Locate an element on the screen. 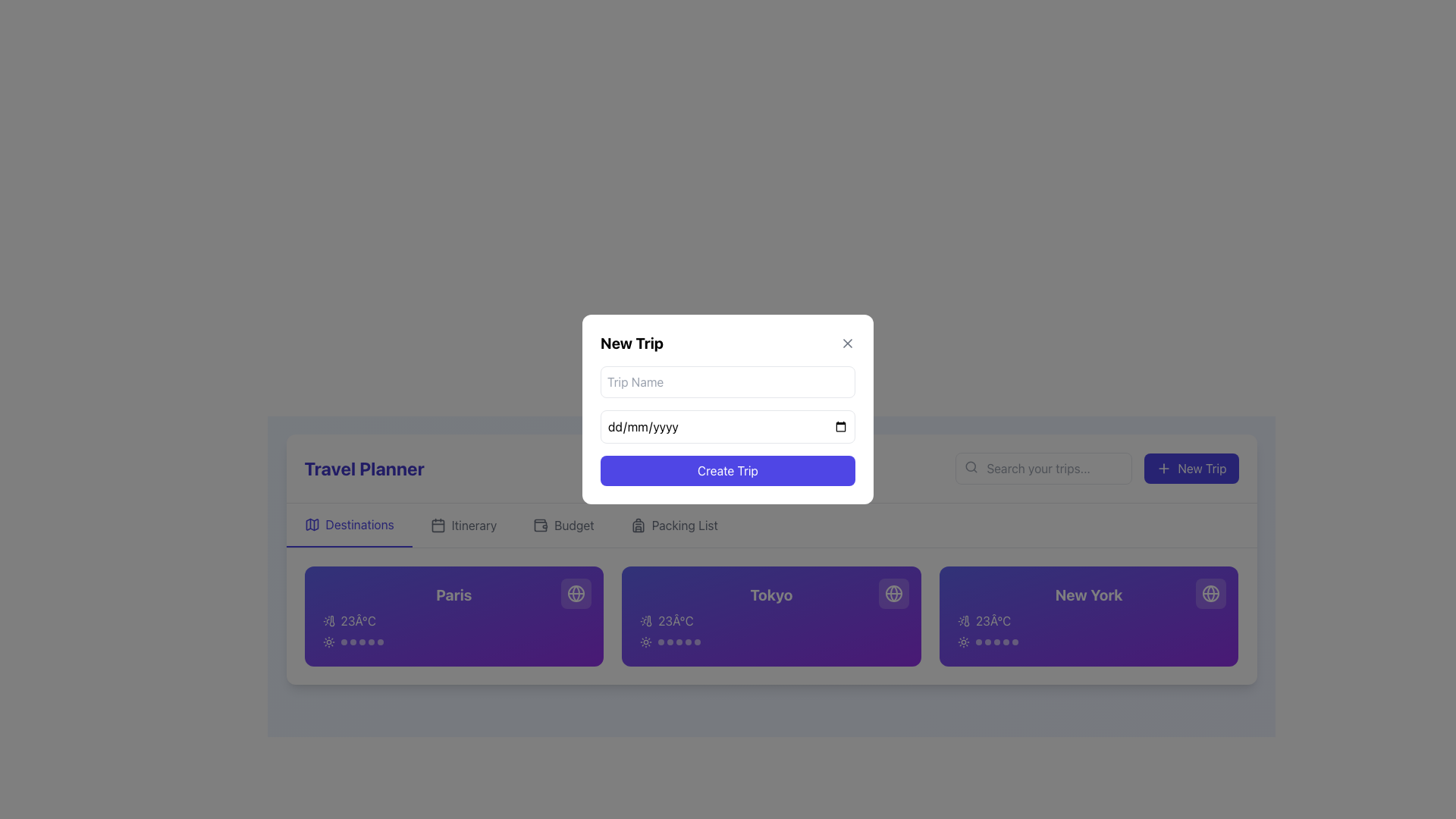 The height and width of the screenshot is (819, 1456). the thermometer icon with sun rays, styled in a minimalistic line design, located in the purple-shaded card for Tokyo in the weather data section is located at coordinates (646, 620).